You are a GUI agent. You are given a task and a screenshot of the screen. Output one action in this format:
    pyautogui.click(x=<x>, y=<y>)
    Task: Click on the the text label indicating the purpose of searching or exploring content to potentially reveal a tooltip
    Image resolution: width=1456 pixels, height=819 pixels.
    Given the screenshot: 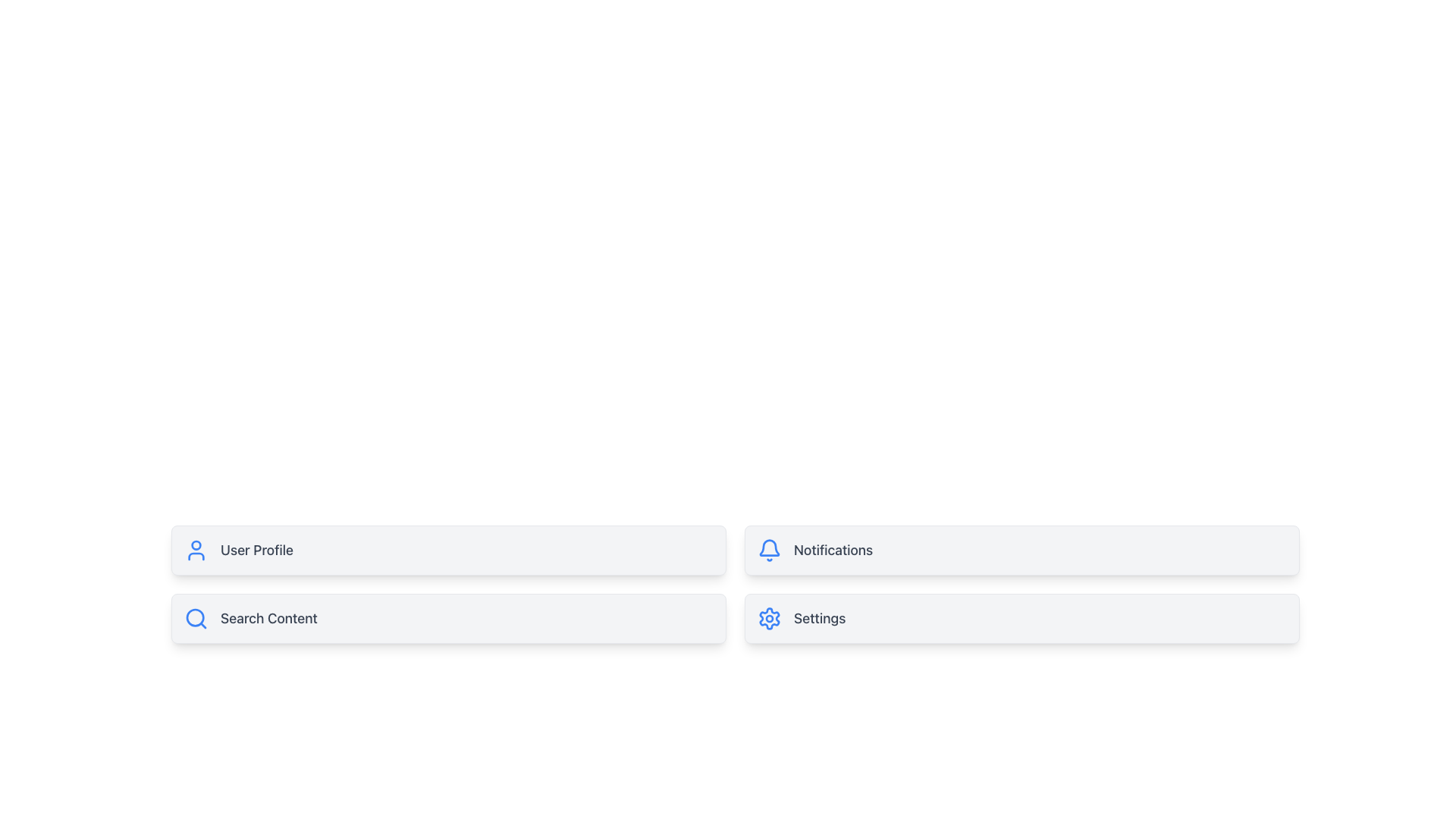 What is the action you would take?
    pyautogui.click(x=269, y=619)
    